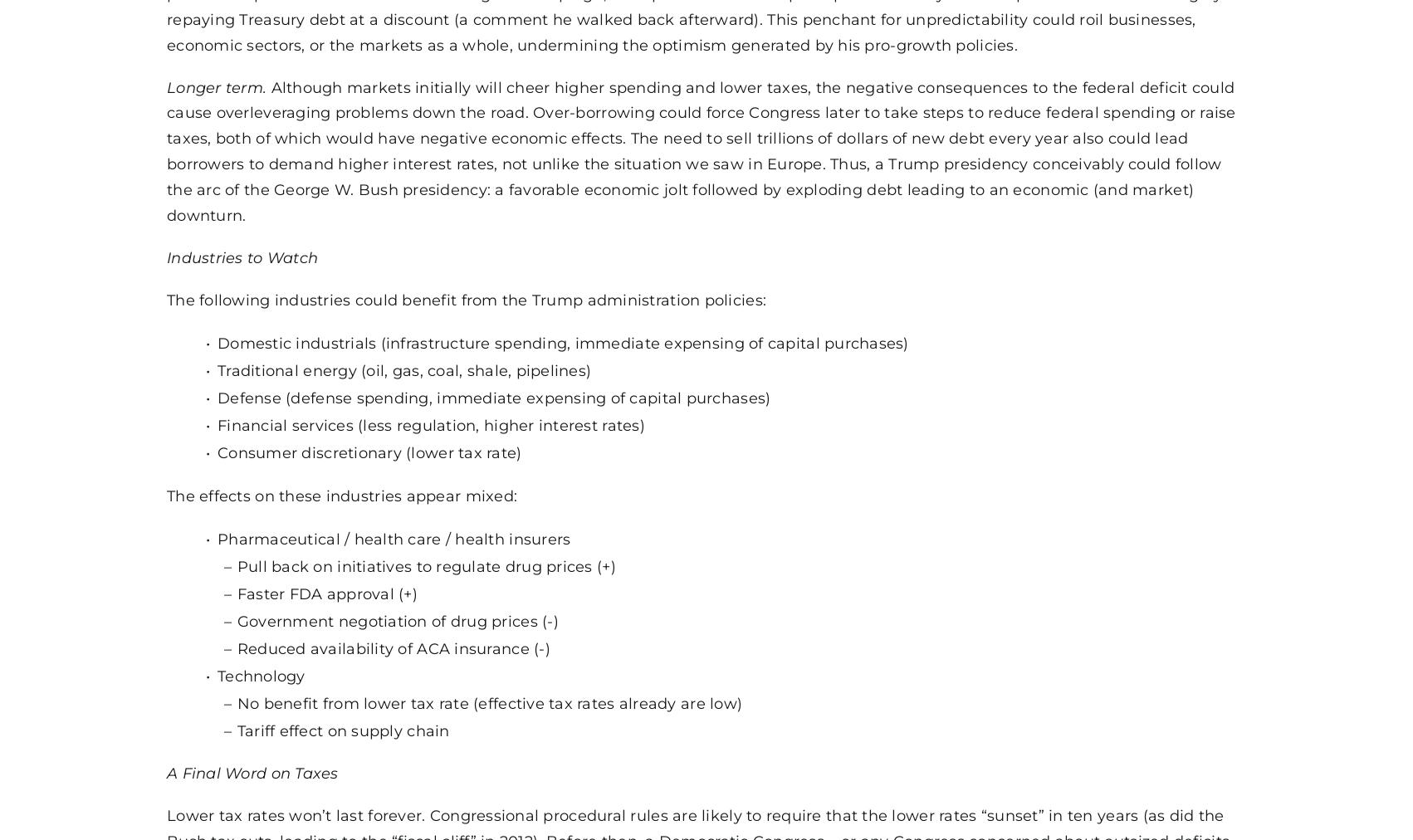  Describe the element at coordinates (237, 729) in the screenshot. I see `'Tariff effect on supply chain'` at that location.